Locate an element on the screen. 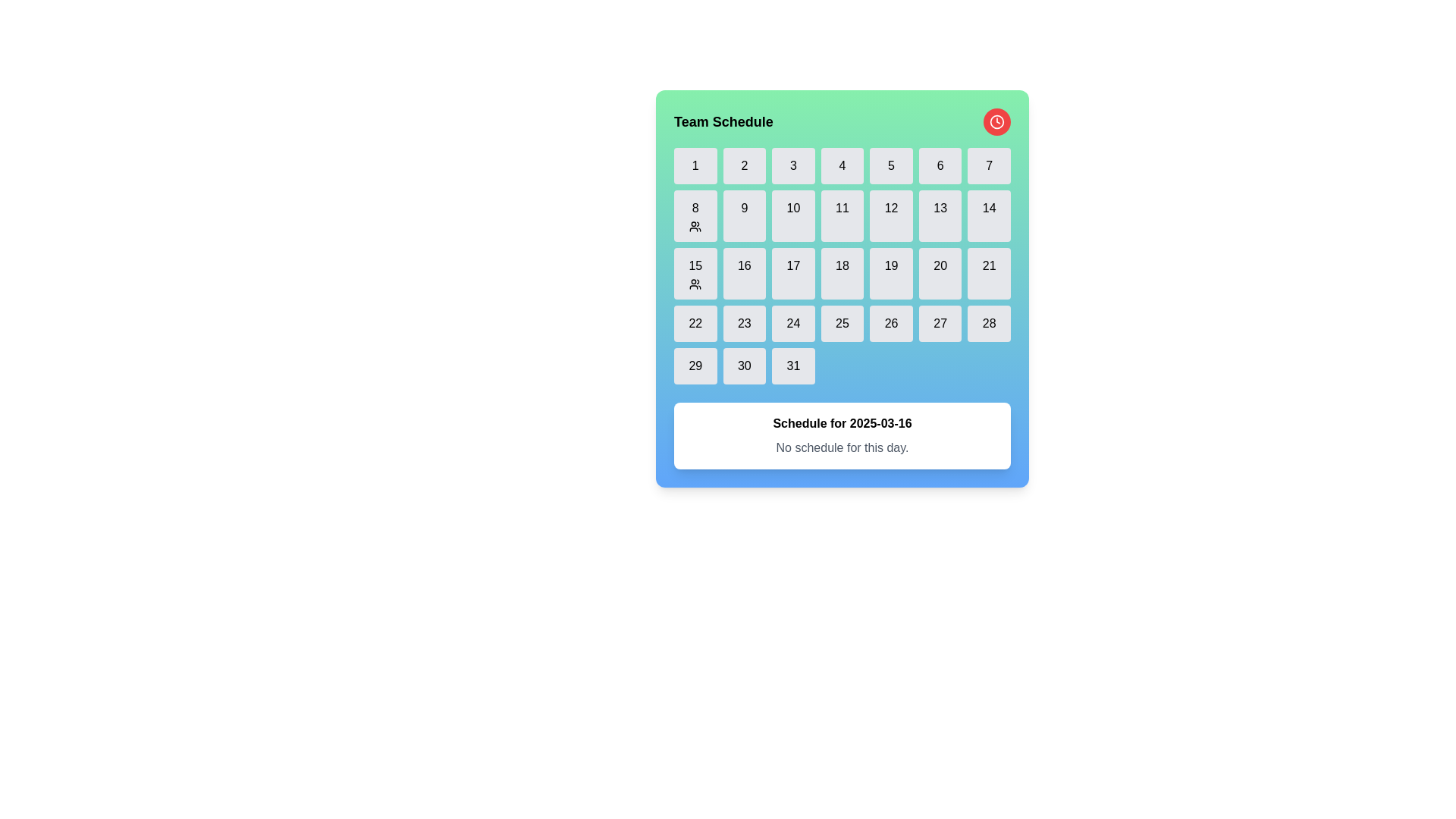 This screenshot has height=819, width=1456. the 17th day button in the calendar interface is located at coordinates (792, 274).